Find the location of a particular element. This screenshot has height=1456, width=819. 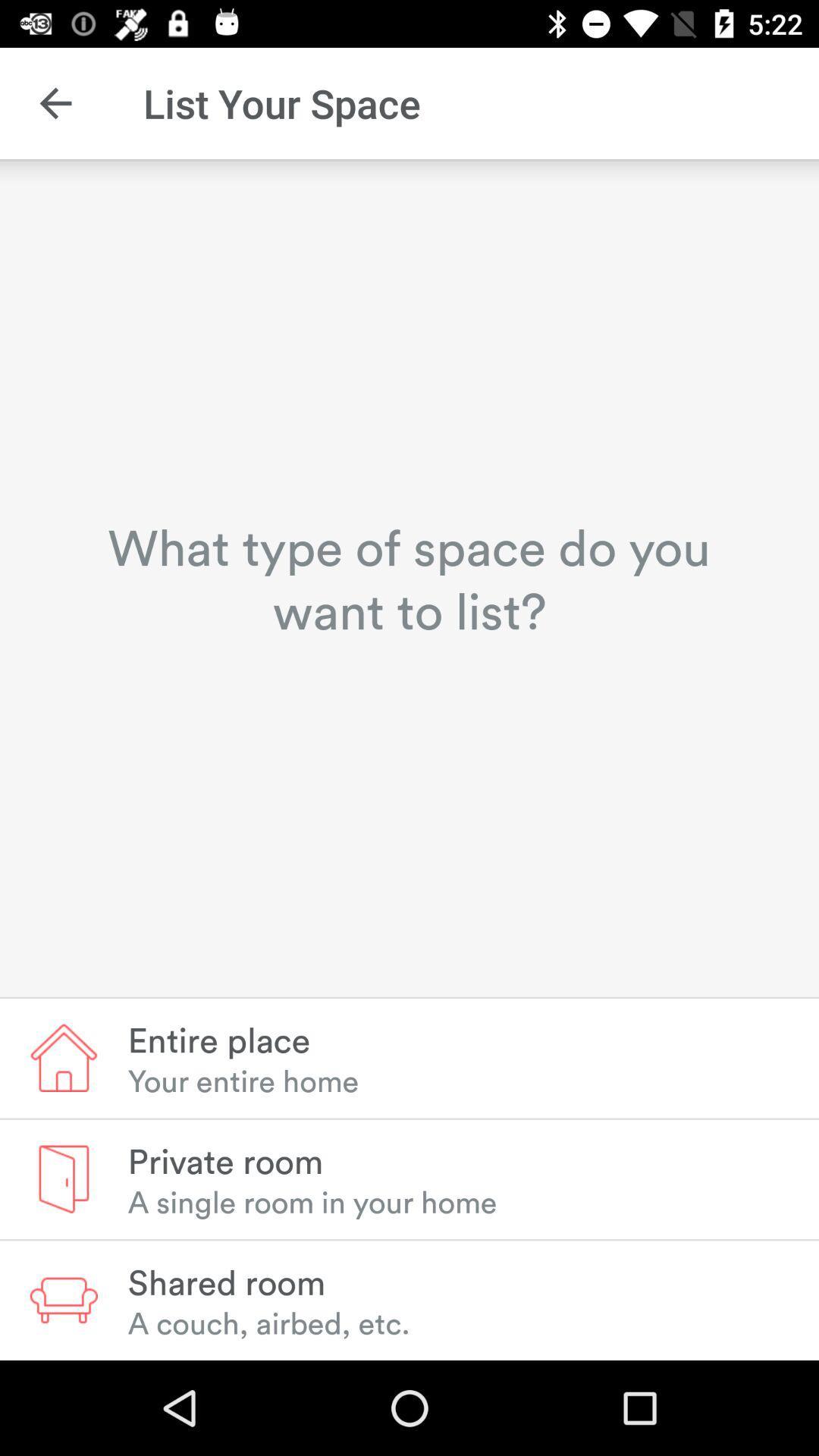

the icon above the what type of is located at coordinates (55, 102).